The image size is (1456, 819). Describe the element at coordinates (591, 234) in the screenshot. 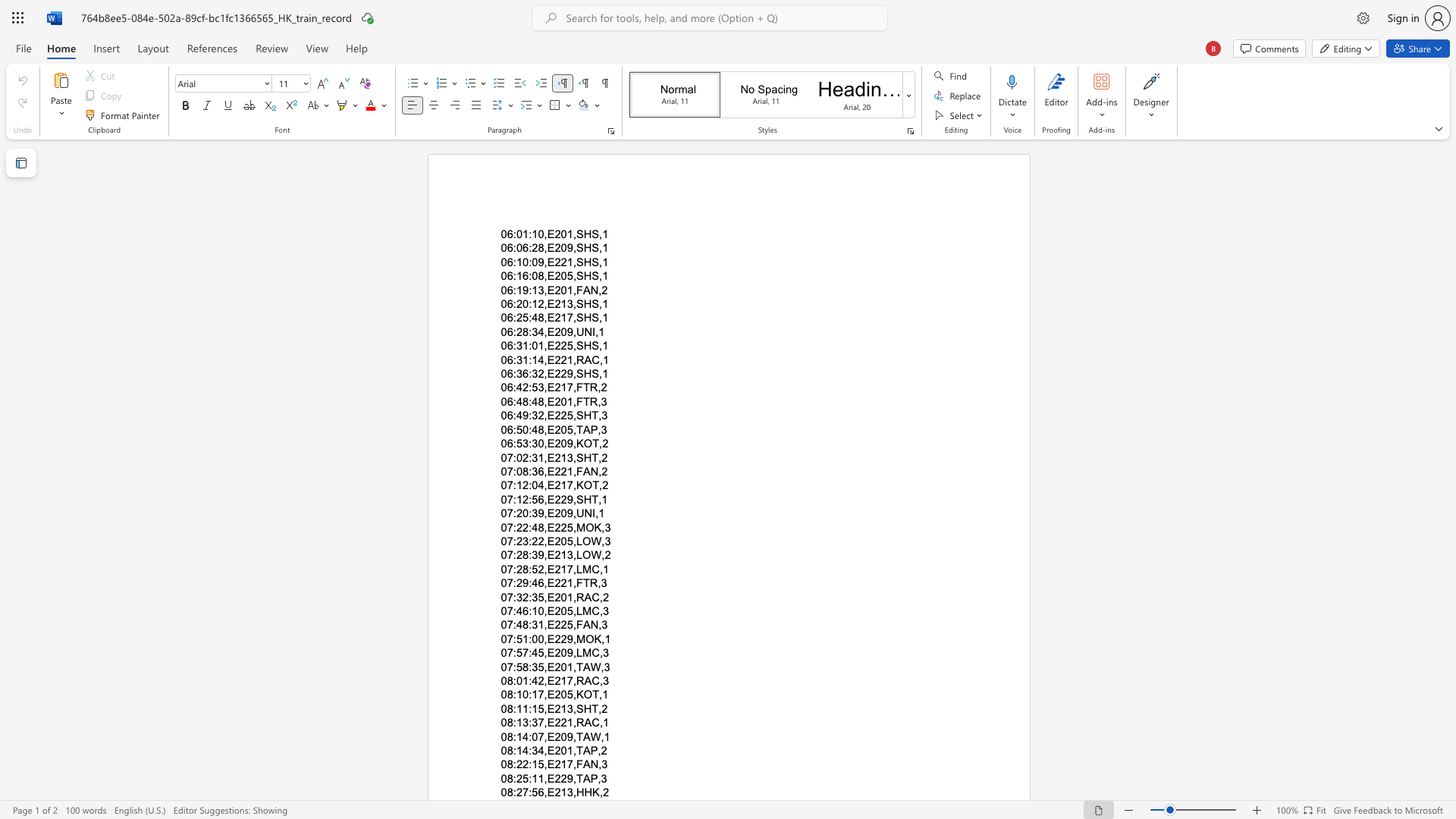

I see `the space between the continuous character "H" and "S" in the text` at that location.